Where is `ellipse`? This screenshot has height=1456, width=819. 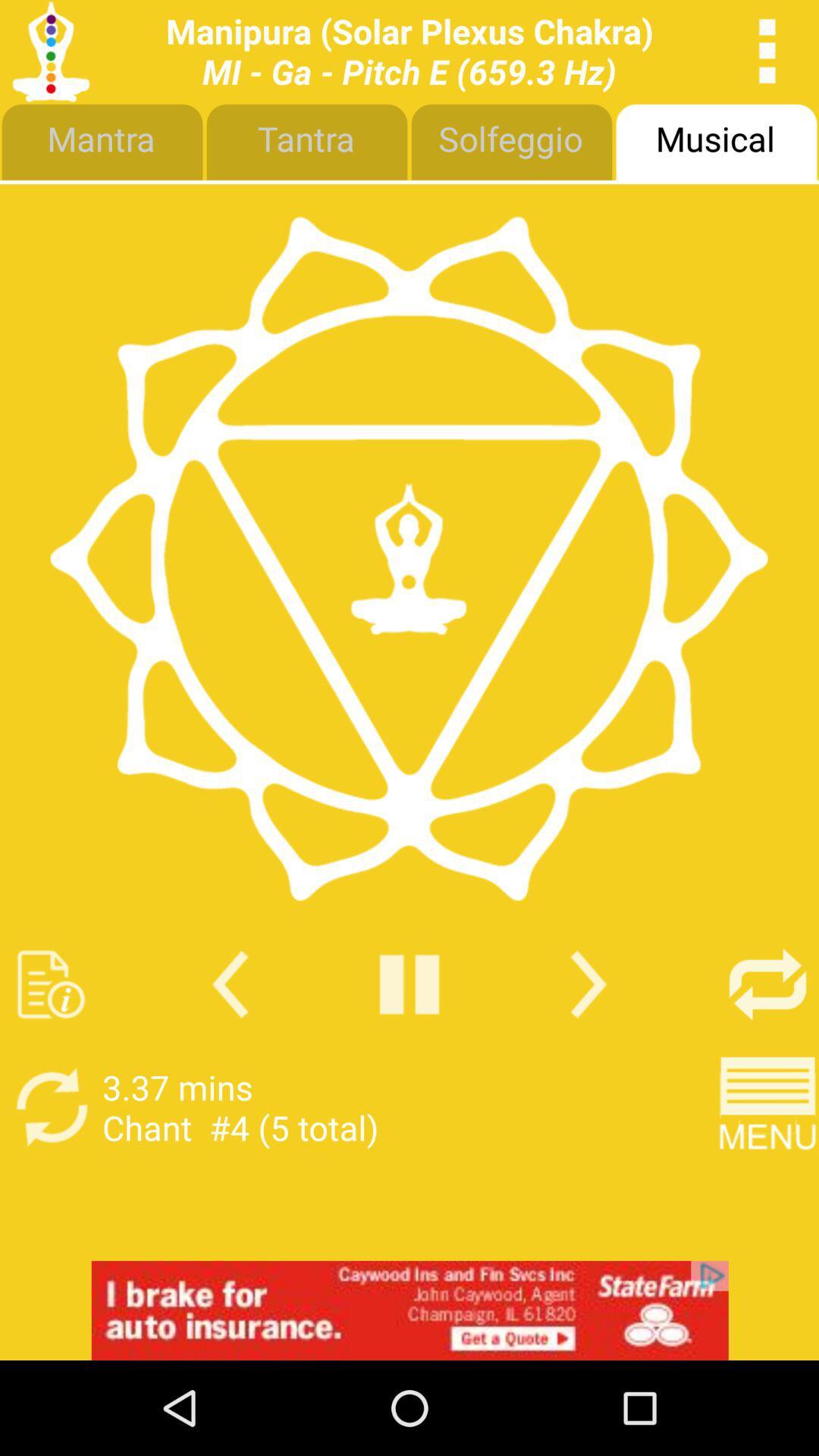
ellipse is located at coordinates (767, 51).